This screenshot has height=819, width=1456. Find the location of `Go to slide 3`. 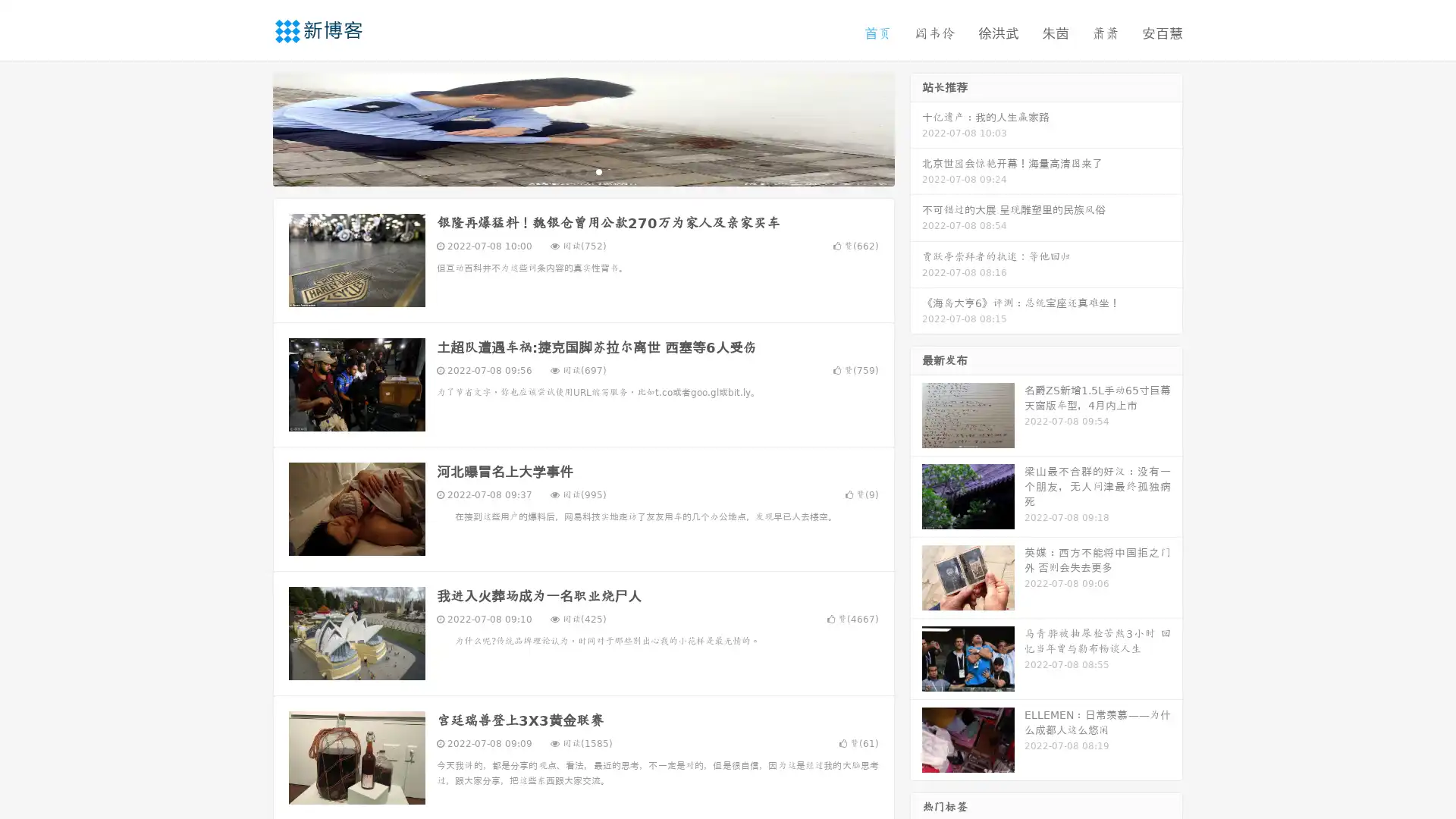

Go to slide 3 is located at coordinates (598, 171).